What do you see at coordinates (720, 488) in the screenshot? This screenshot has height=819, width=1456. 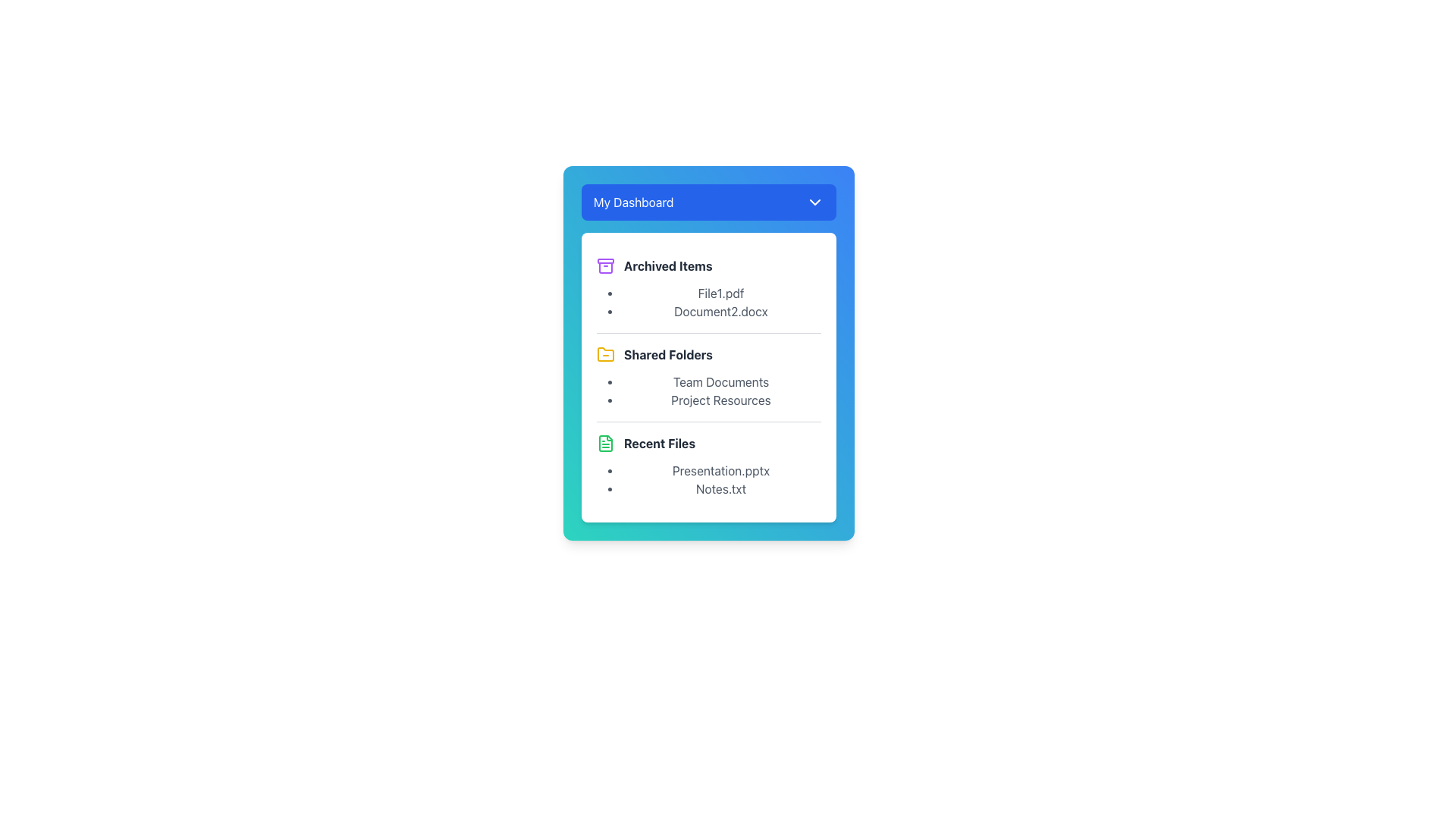 I see `the 'Notes.txt' text item in the 'Recent Files' section` at bounding box center [720, 488].